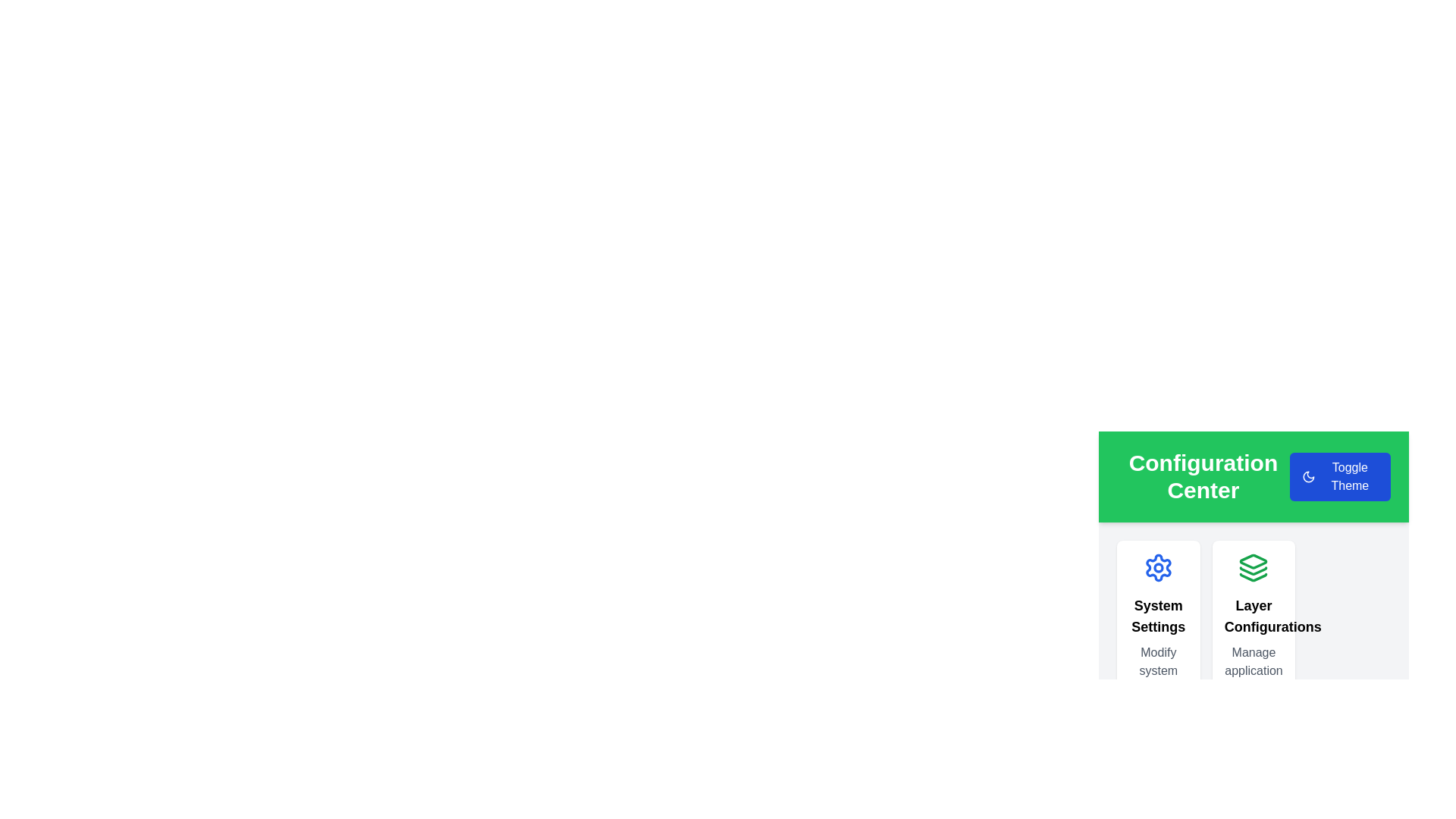  What do you see at coordinates (1157, 567) in the screenshot?
I see `the gear-shaped icon in bold blue color, which is centrally aligned in the 'System Settings' tile within the 'Configuration Center' interface` at bounding box center [1157, 567].